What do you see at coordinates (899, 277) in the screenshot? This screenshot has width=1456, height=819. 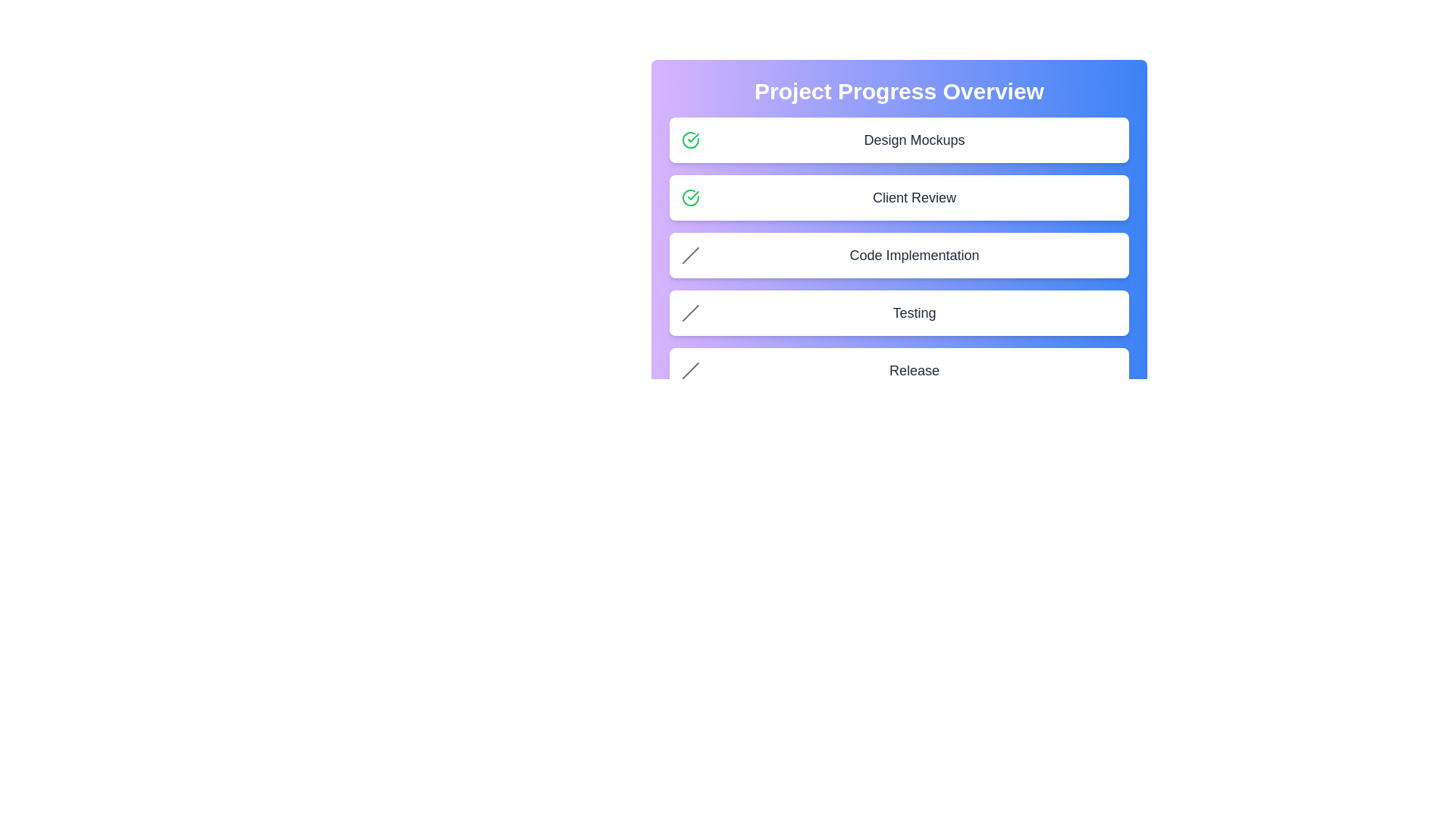 I see `the 'Code Implementation' label with status indicator in the project overview, which is the third item in a vertical list between 'Client Review' and 'Testing'` at bounding box center [899, 277].